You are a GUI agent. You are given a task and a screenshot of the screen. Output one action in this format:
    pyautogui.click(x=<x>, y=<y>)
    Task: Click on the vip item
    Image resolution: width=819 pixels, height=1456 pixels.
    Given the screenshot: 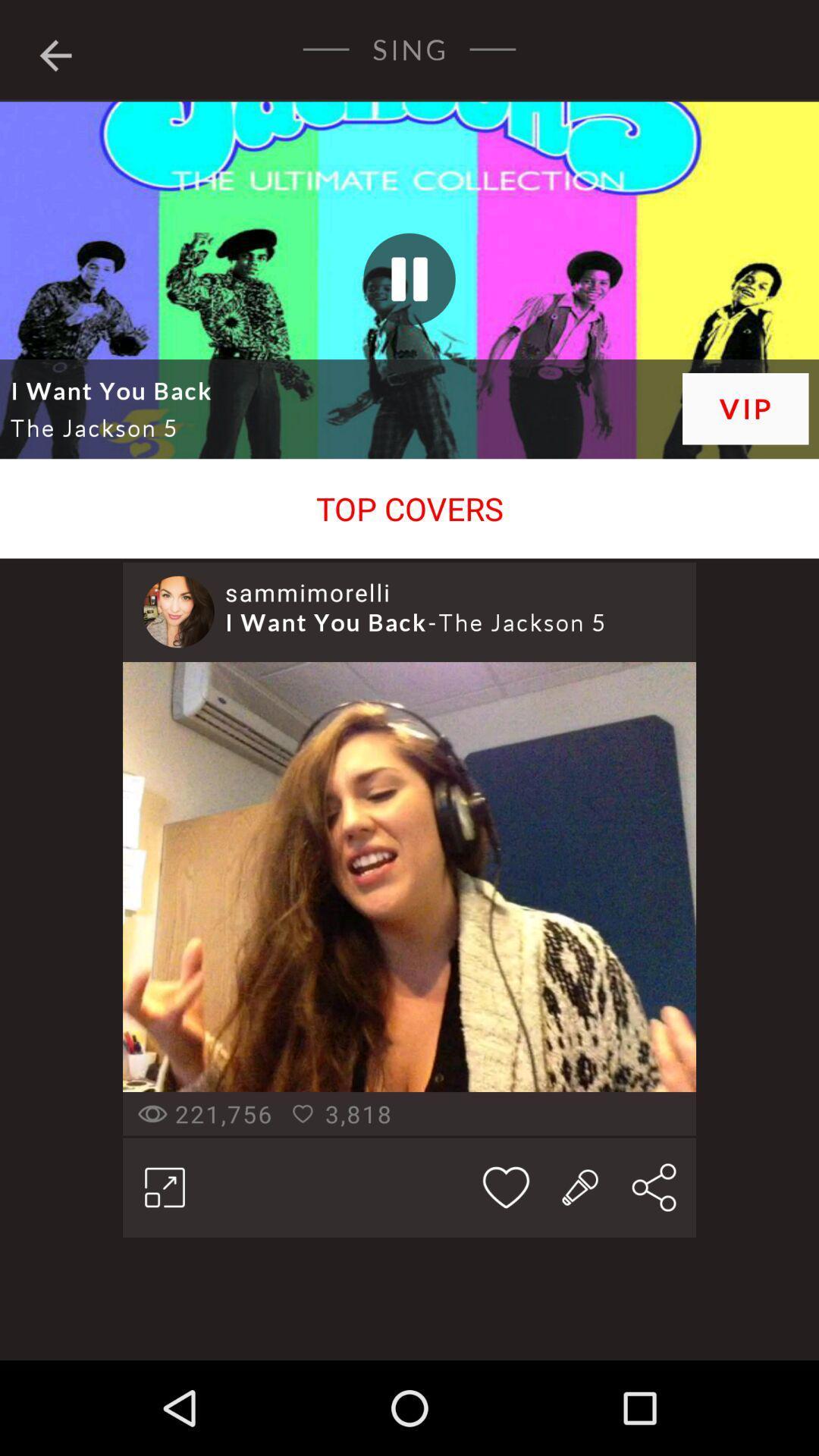 What is the action you would take?
    pyautogui.click(x=745, y=409)
    